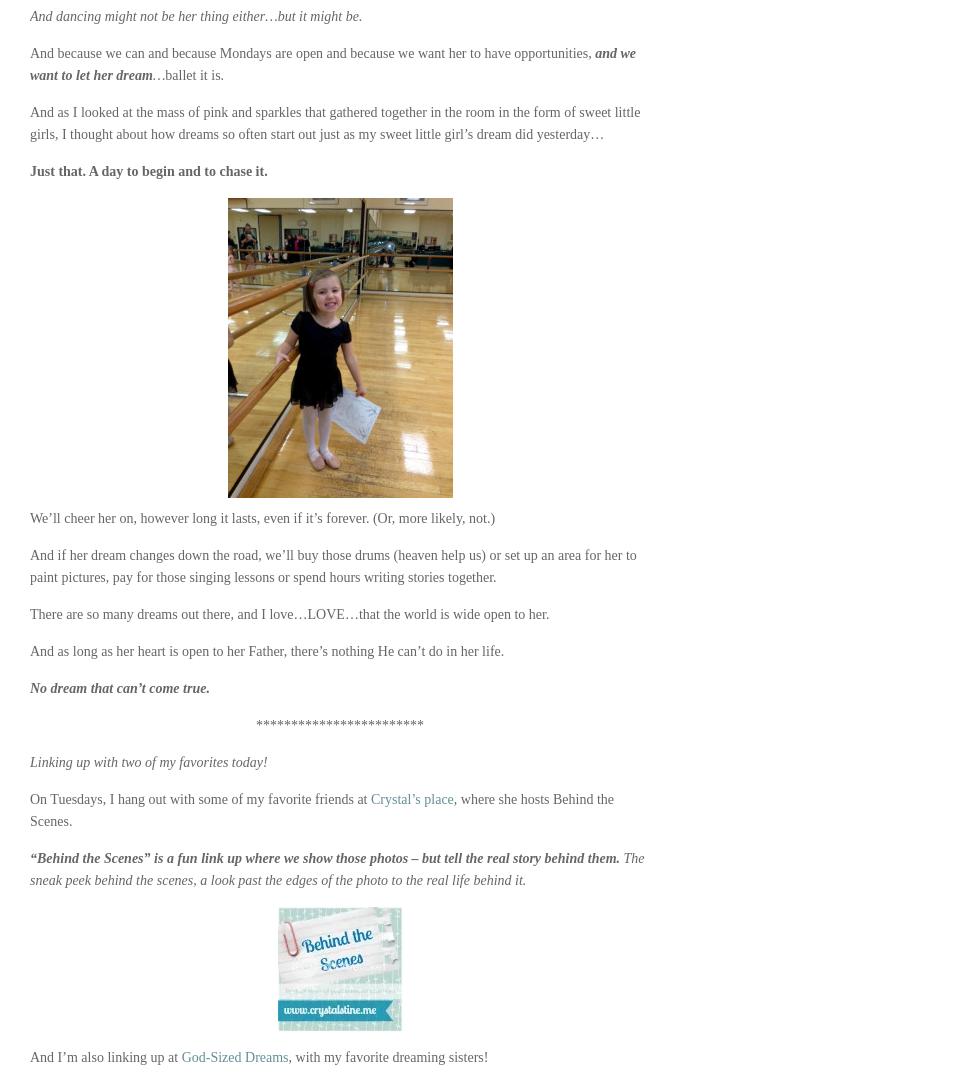  Describe the element at coordinates (200, 799) in the screenshot. I see `'On Tuesdays, I hang out with some of my favorite friends at'` at that location.